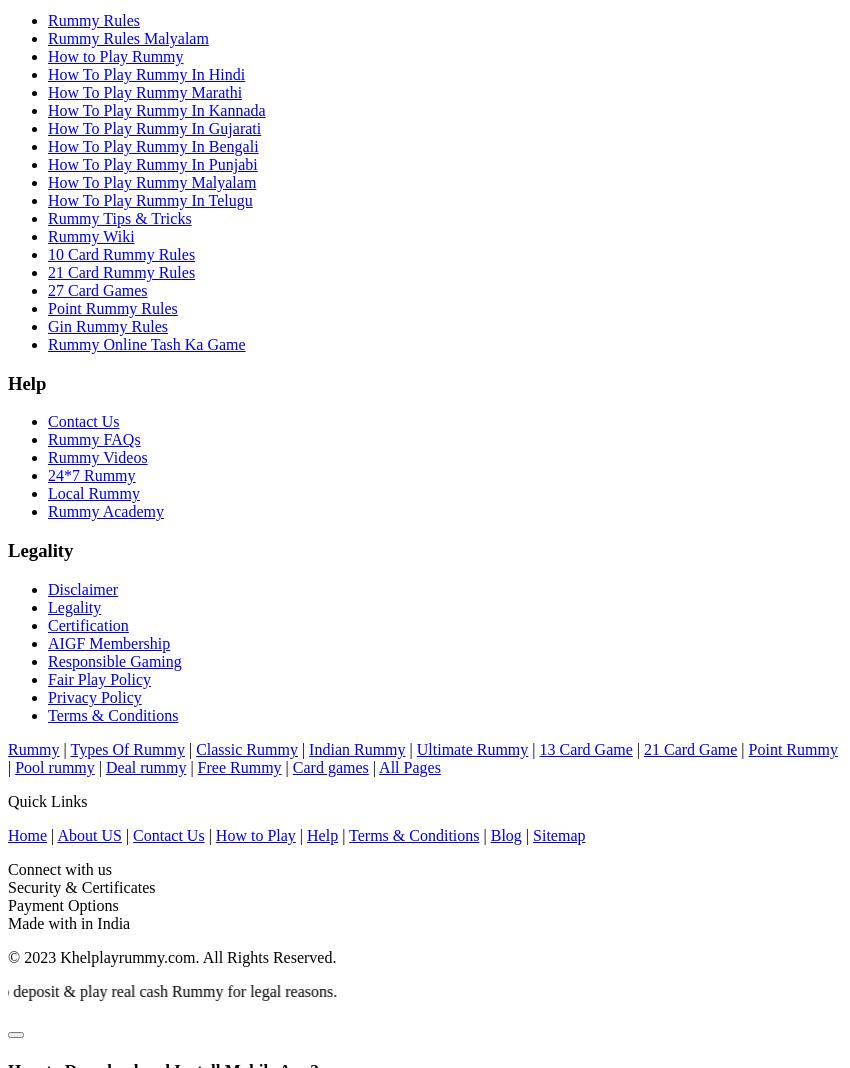 This screenshot has width=850, height=1068. Describe the element at coordinates (146, 342) in the screenshot. I see `'Rummy Online Tash Ka Game'` at that location.